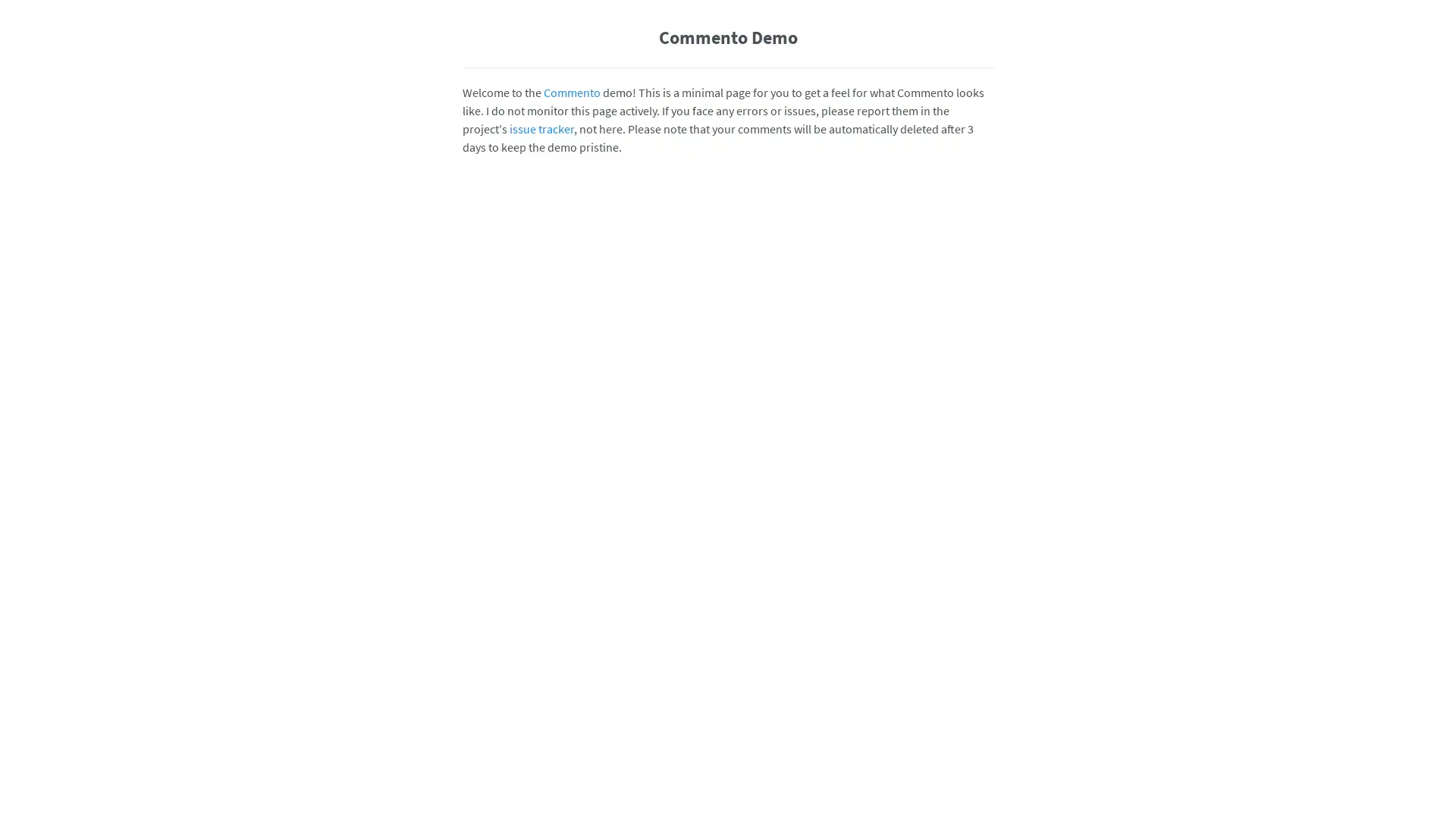  What do you see at coordinates (934, 701) in the screenshot?
I see `Upvote` at bounding box center [934, 701].